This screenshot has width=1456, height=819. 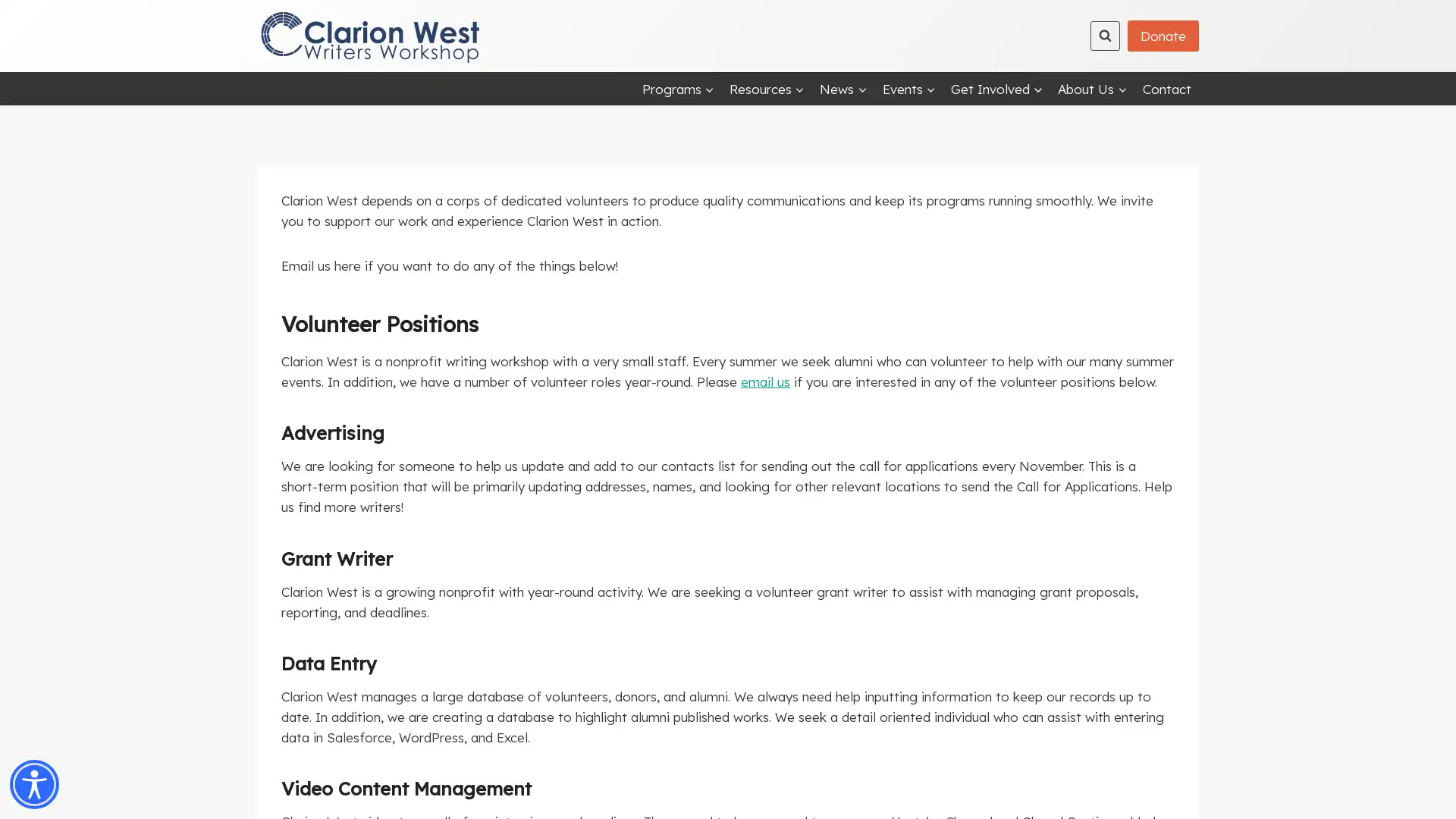 What do you see at coordinates (1092, 88) in the screenshot?
I see `Expand child menu` at bounding box center [1092, 88].